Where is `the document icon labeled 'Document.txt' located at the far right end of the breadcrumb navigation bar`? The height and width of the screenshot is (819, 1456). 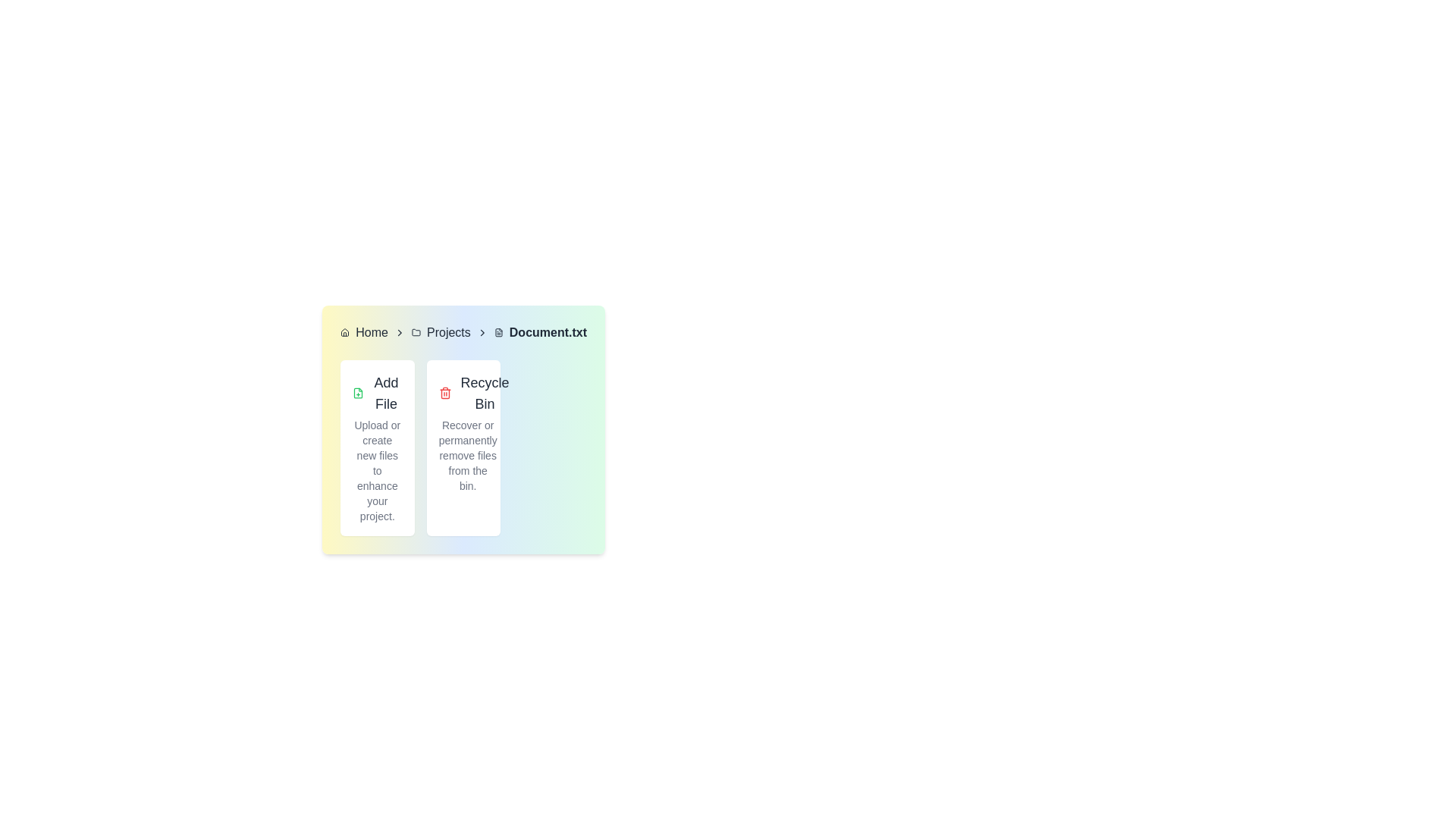 the document icon labeled 'Document.txt' located at the far right end of the breadcrumb navigation bar is located at coordinates (498, 332).